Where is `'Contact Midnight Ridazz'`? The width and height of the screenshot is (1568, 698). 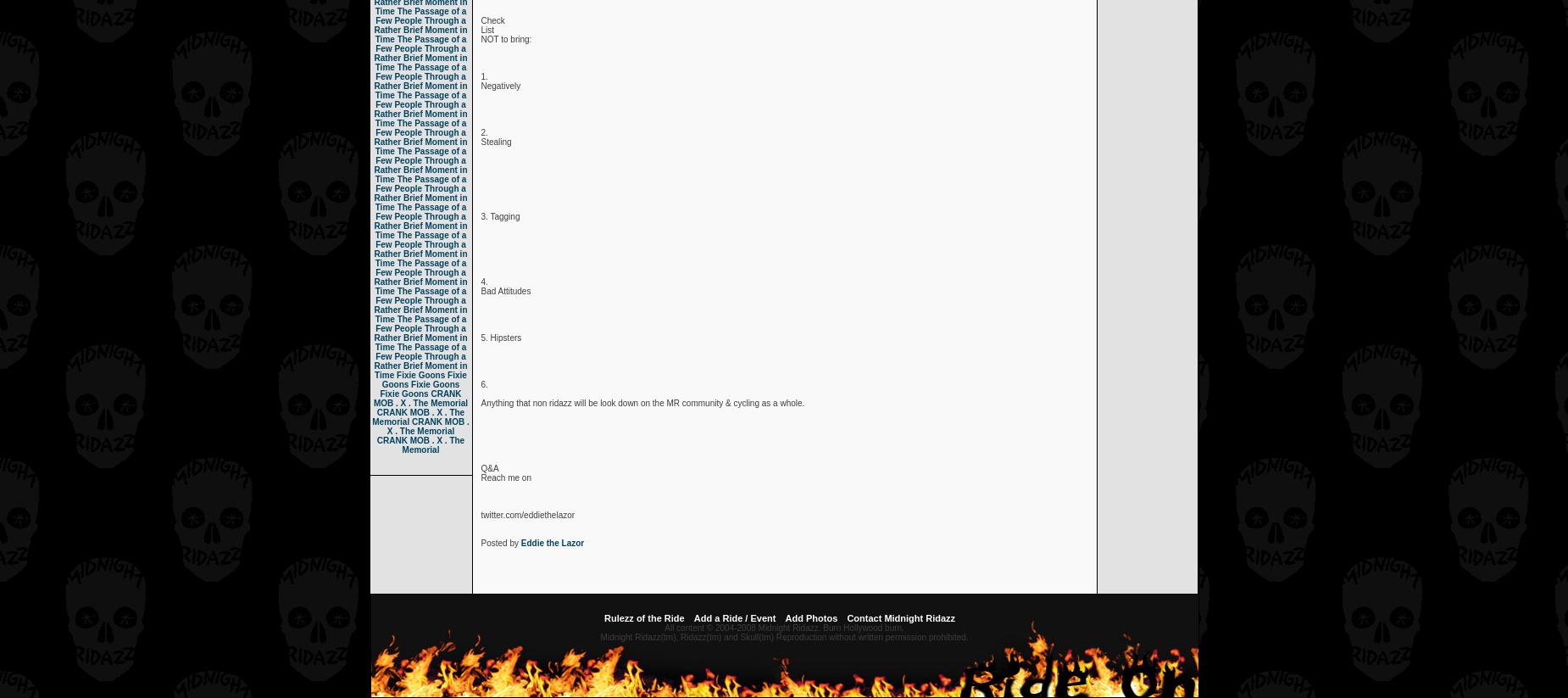
'Contact Midnight Ridazz' is located at coordinates (900, 618).